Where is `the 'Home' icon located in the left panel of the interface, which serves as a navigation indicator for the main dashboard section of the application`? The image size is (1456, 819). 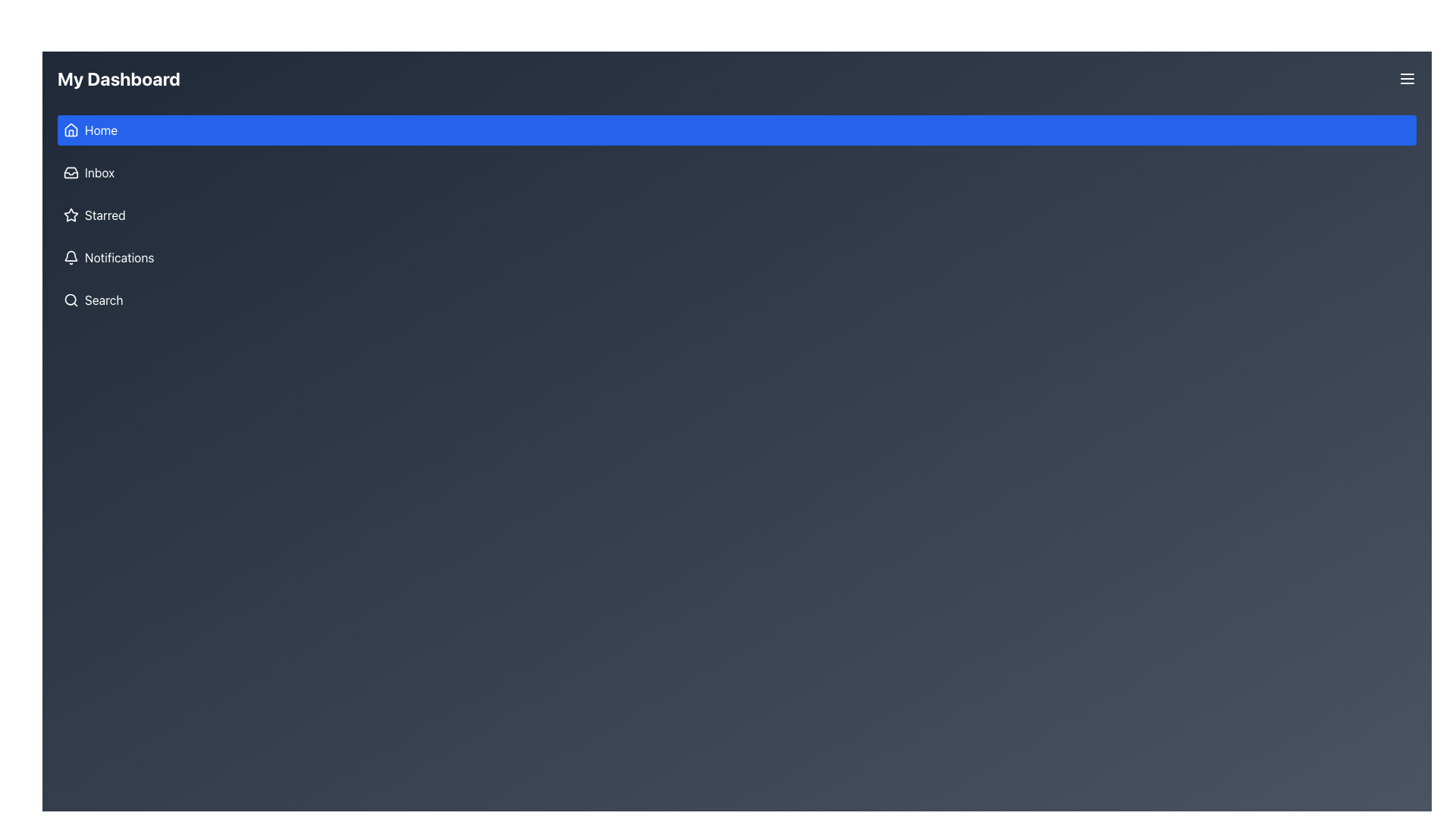 the 'Home' icon located in the left panel of the interface, which serves as a navigation indicator for the main dashboard section of the application is located at coordinates (71, 130).